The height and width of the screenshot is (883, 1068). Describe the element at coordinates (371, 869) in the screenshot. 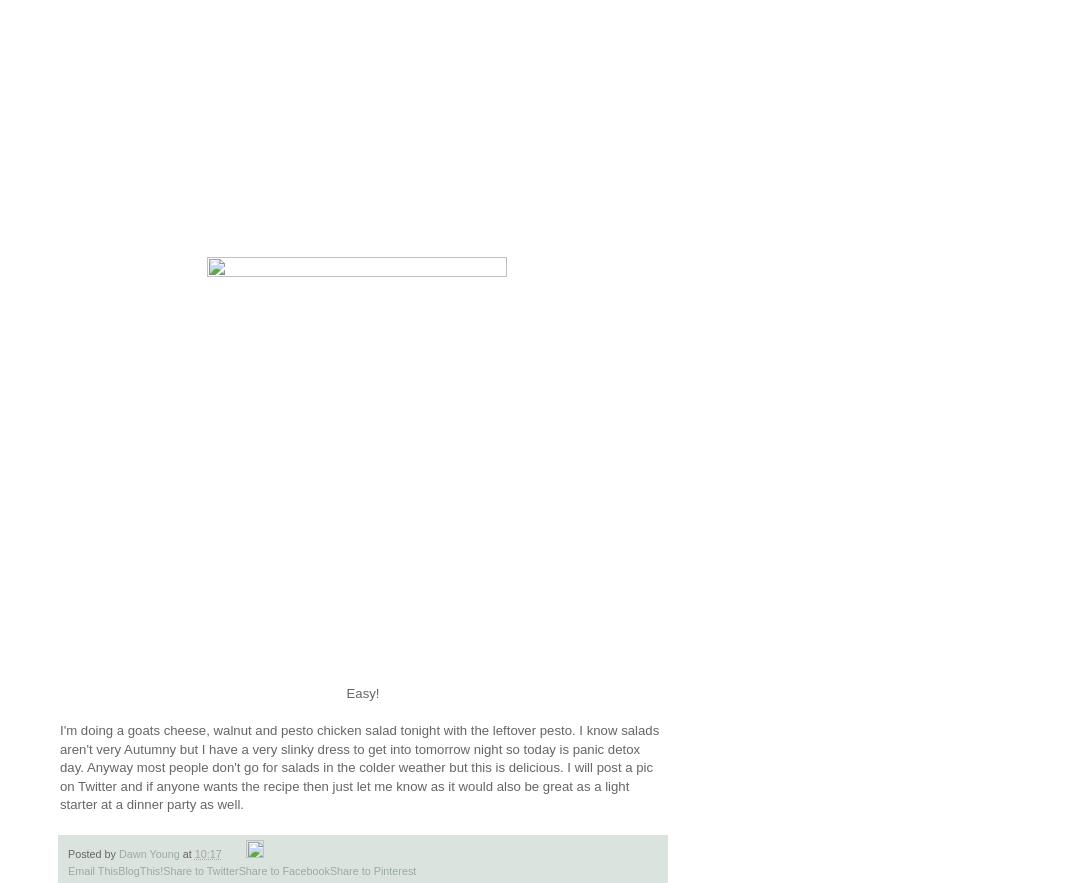

I see `'Share to Pinterest'` at that location.